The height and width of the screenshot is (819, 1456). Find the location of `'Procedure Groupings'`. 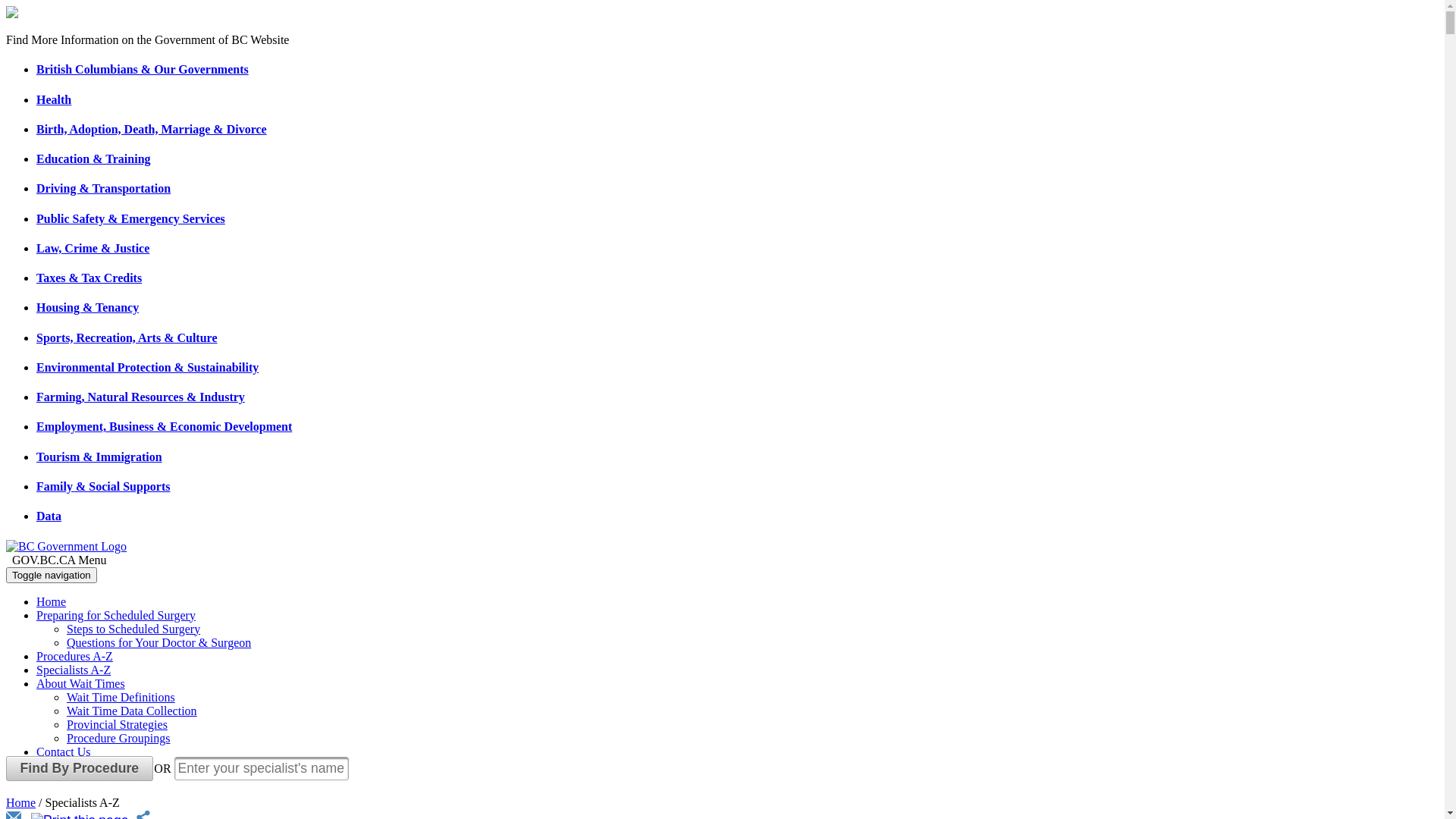

'Procedure Groupings' is located at coordinates (118, 737).